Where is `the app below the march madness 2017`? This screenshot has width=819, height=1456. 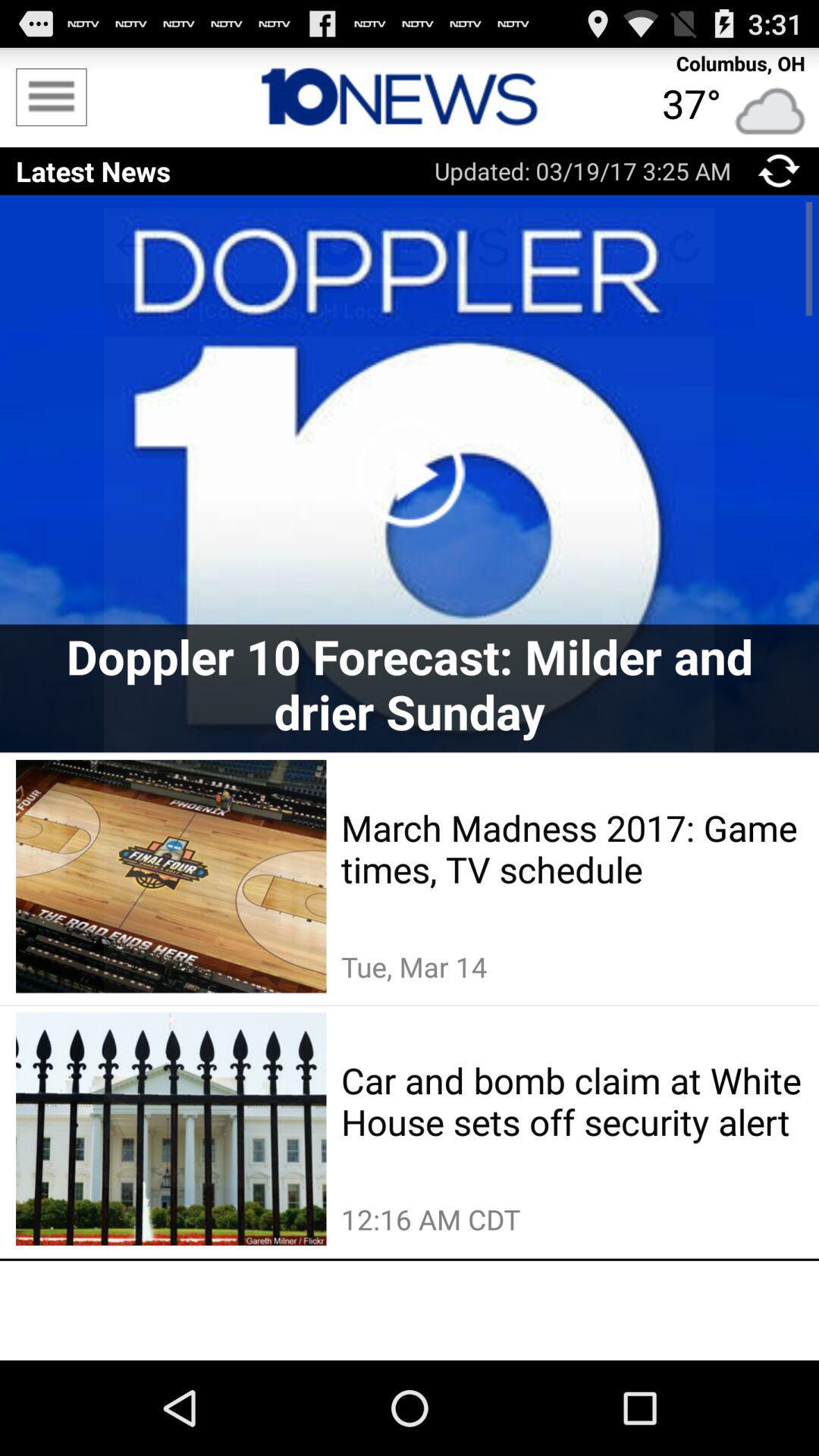 the app below the march madness 2017 is located at coordinates (572, 966).